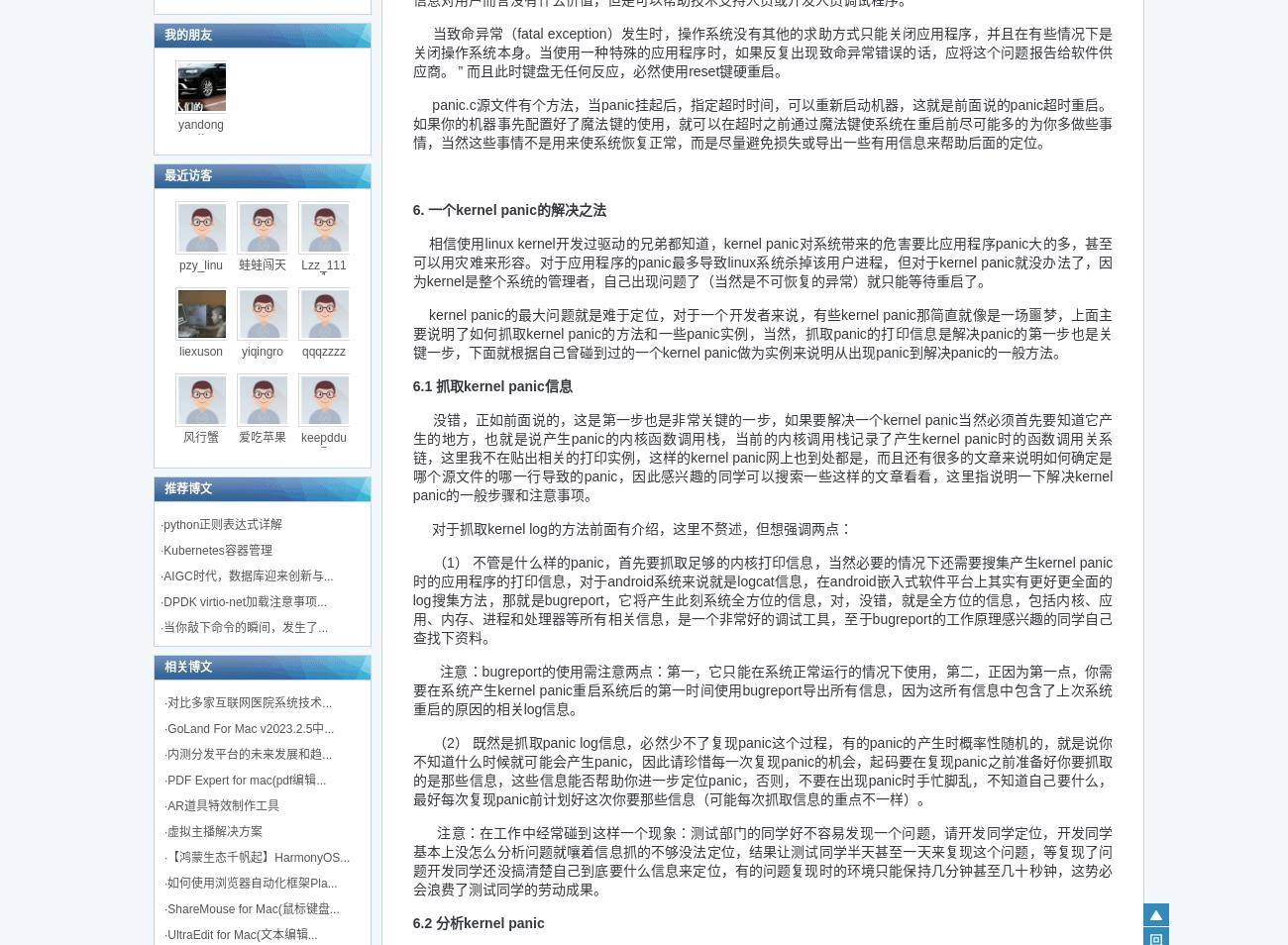  What do you see at coordinates (252, 909) in the screenshot?
I see `'ShareMouse for Mac(鼠标键盘...'` at bounding box center [252, 909].